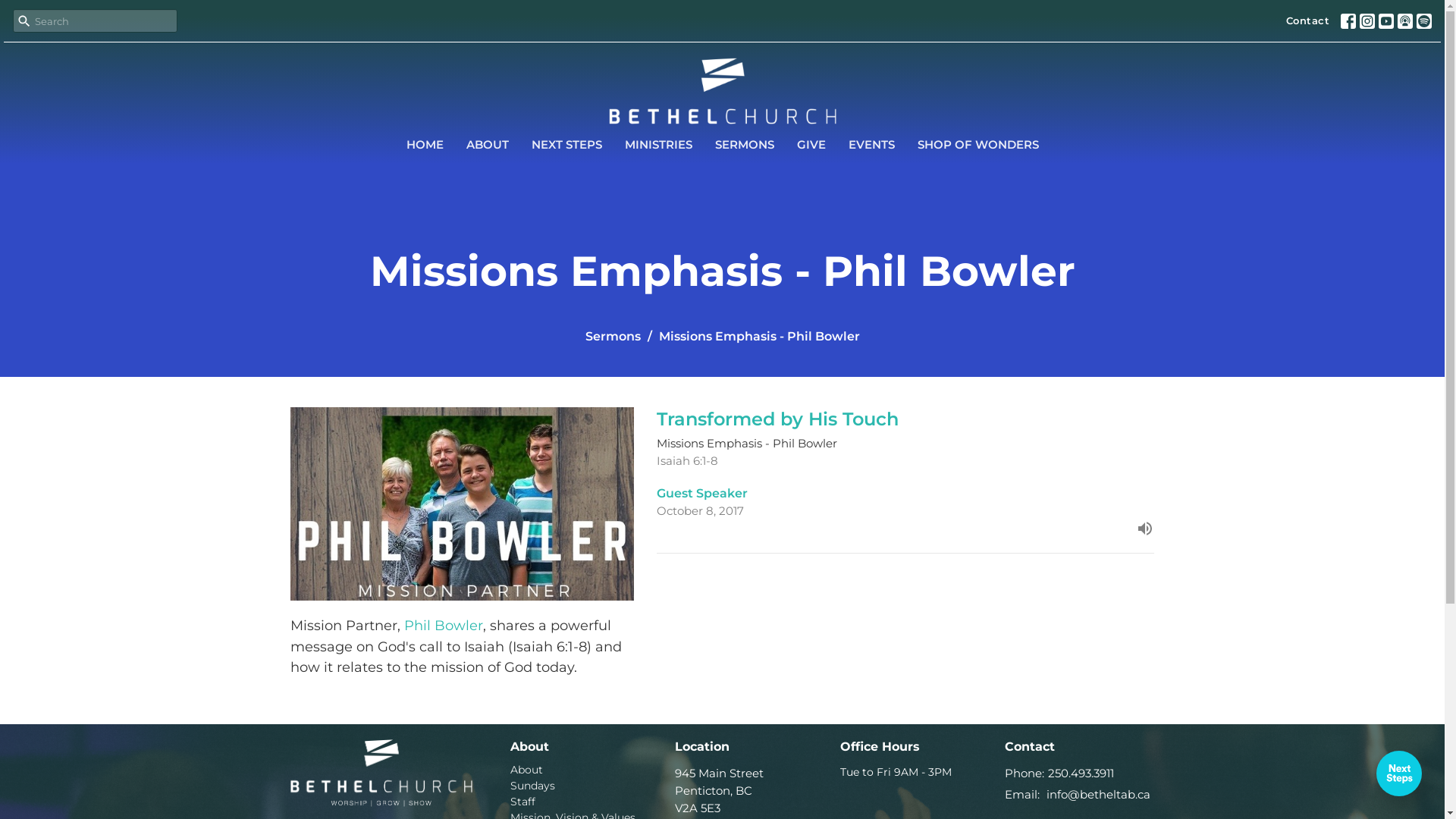  What do you see at coordinates (585, 335) in the screenshot?
I see `'Sermons'` at bounding box center [585, 335].